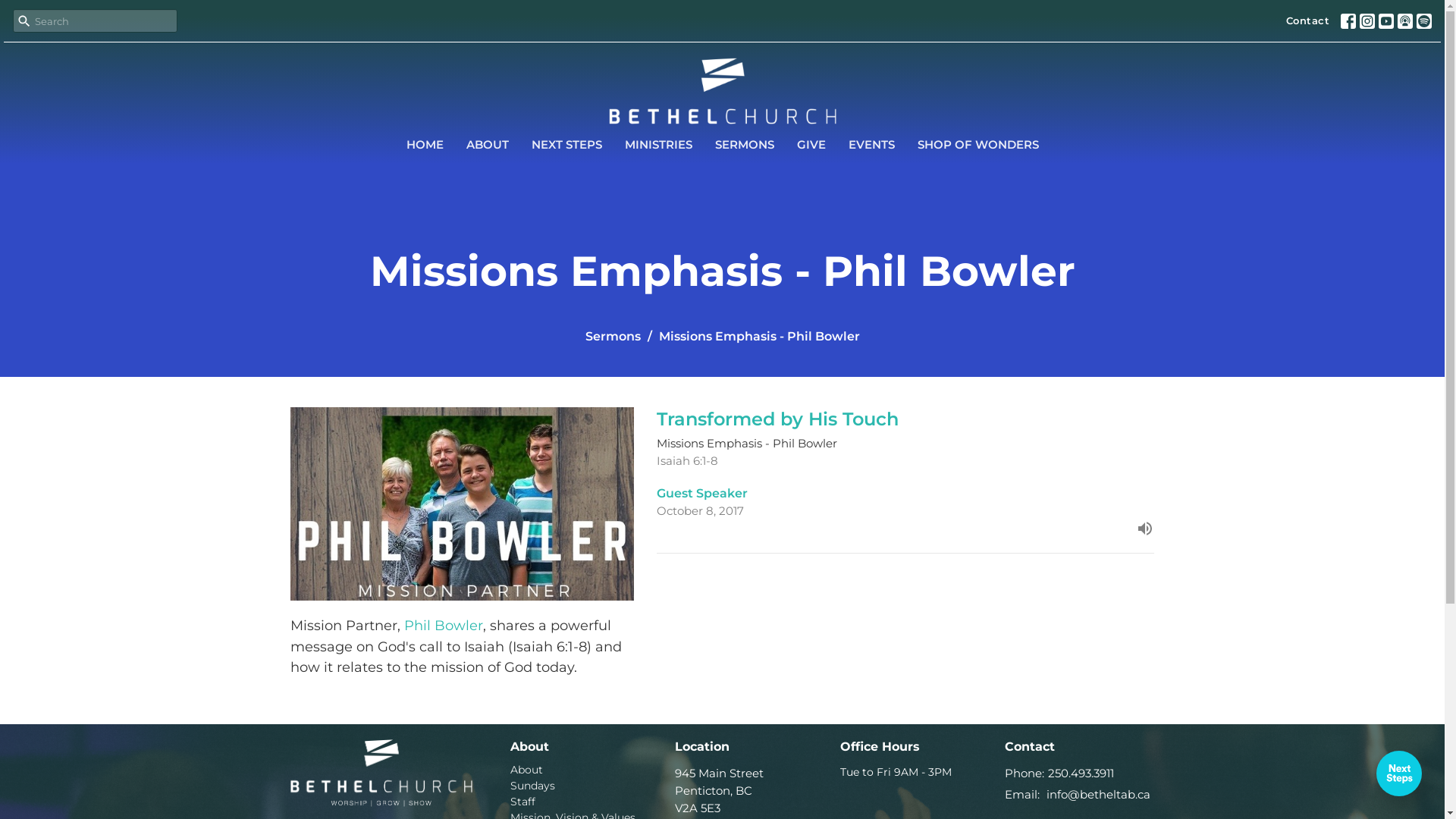  What do you see at coordinates (585, 335) in the screenshot?
I see `'Sermons'` at bounding box center [585, 335].